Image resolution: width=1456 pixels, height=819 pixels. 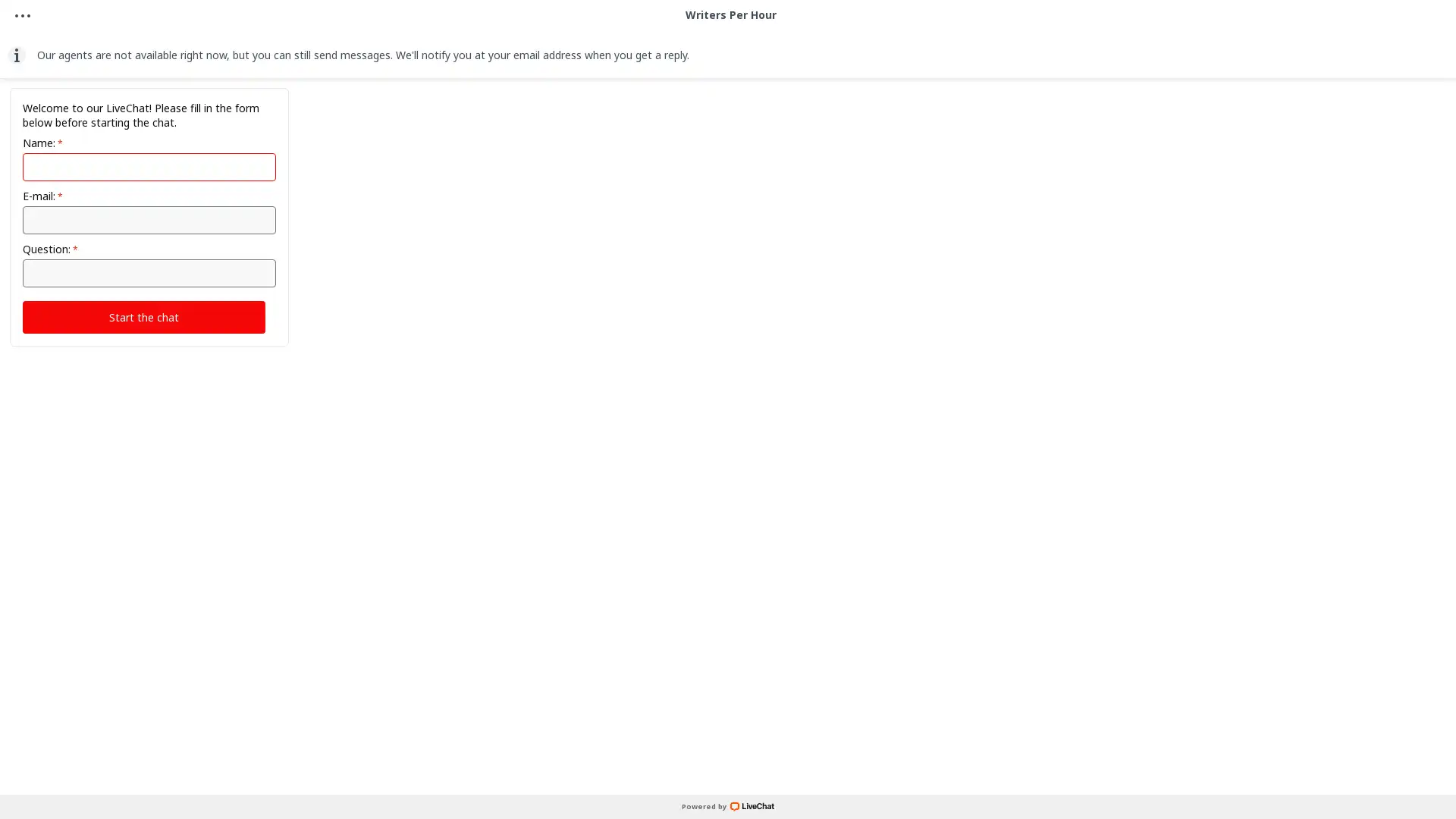 What do you see at coordinates (143, 315) in the screenshot?
I see `Start the chat` at bounding box center [143, 315].